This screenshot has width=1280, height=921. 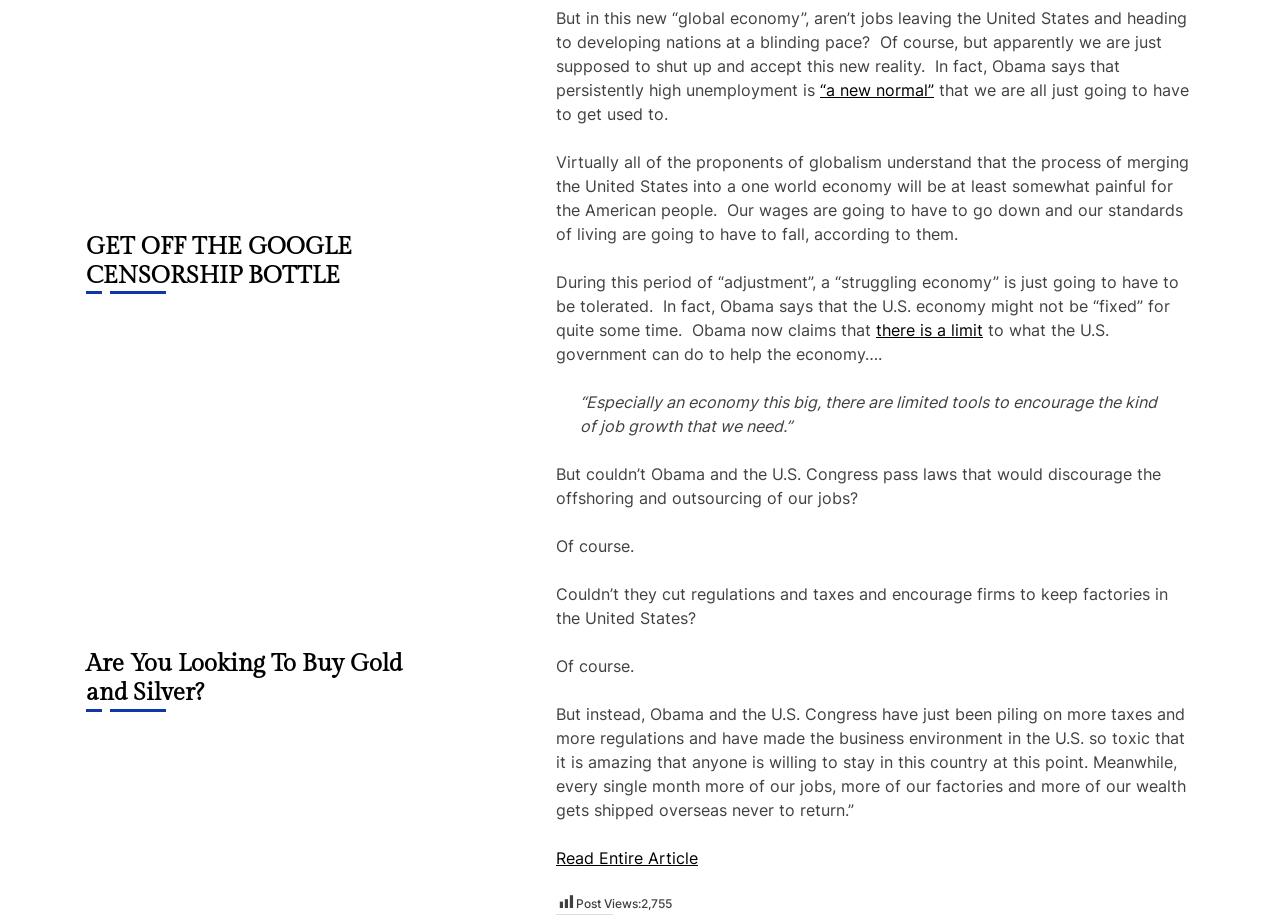 What do you see at coordinates (832, 341) in the screenshot?
I see `'to what the U.S. government can do to help the economy….'` at bounding box center [832, 341].